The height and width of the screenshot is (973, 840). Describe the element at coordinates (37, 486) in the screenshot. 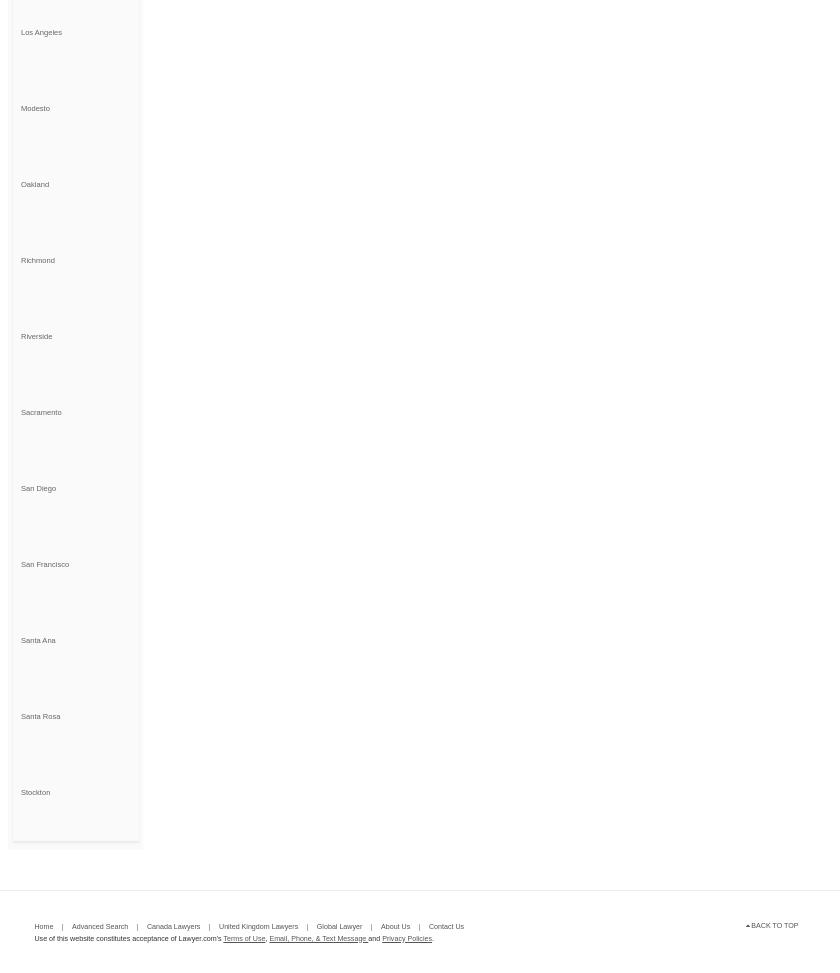

I see `'San Diego'` at that location.